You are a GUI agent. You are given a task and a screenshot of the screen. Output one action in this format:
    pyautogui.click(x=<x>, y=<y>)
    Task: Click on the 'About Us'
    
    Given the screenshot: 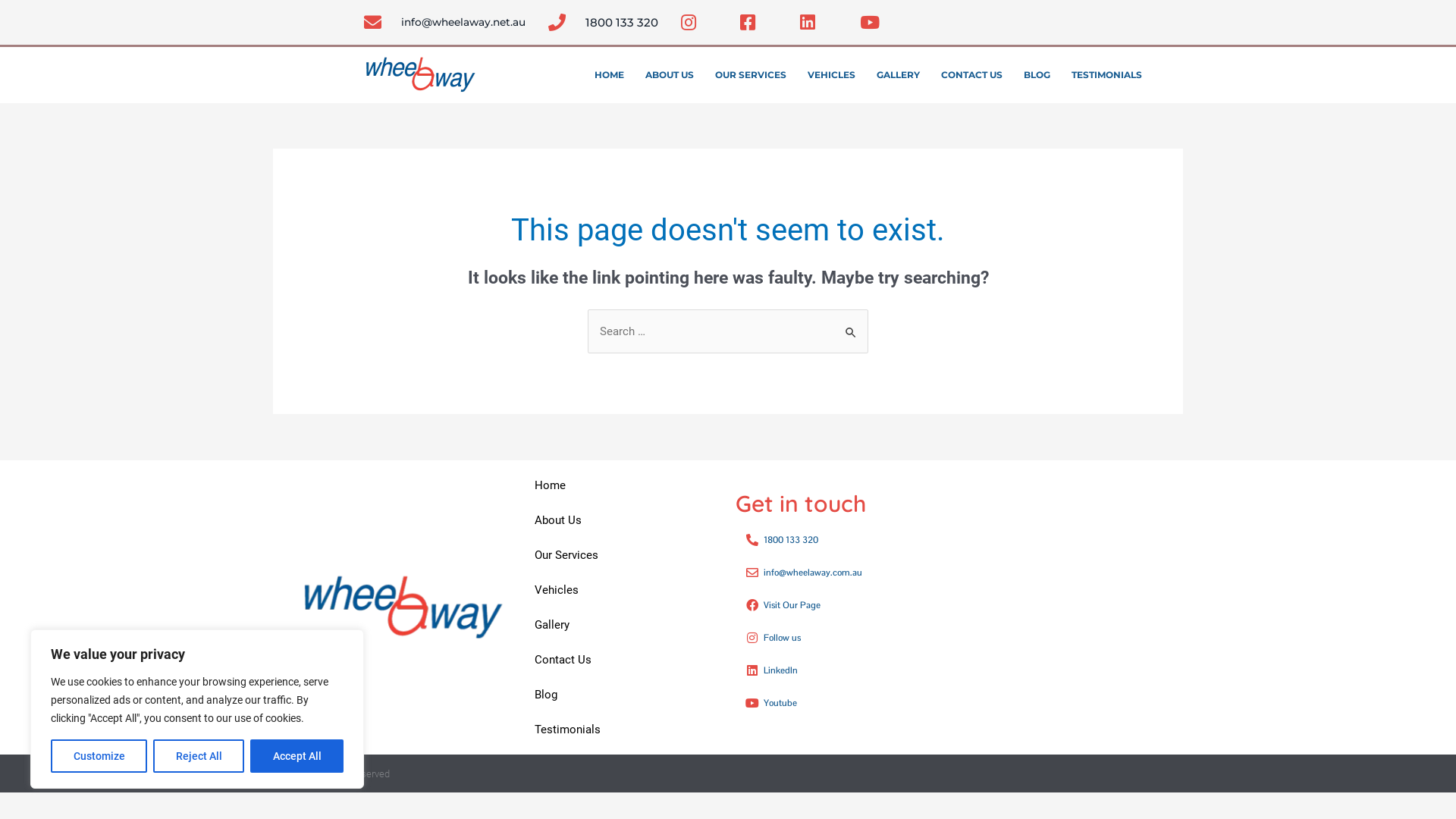 What is the action you would take?
    pyautogui.click(x=620, y=519)
    